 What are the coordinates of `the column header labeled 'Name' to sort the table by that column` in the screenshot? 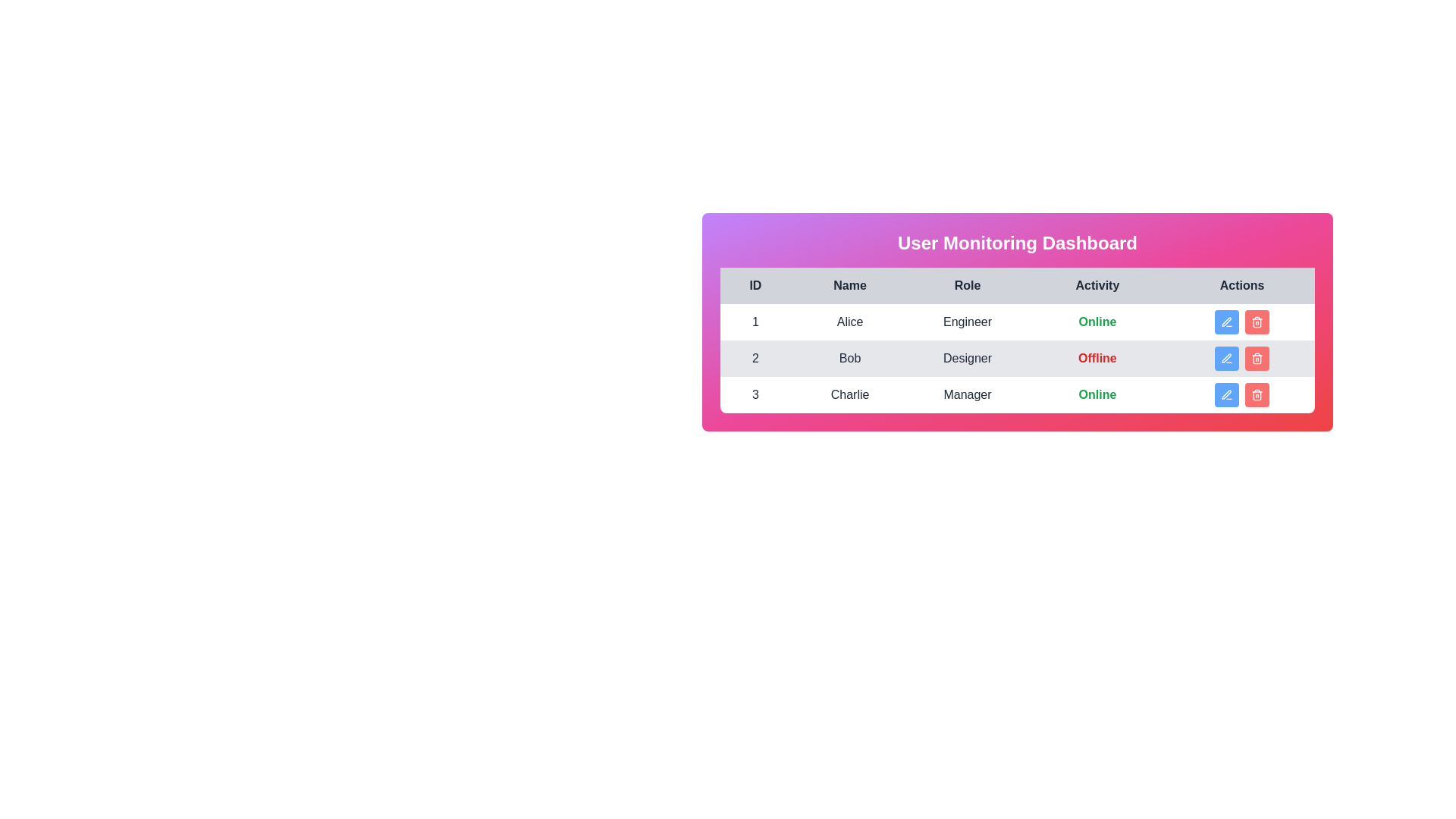 It's located at (850, 286).